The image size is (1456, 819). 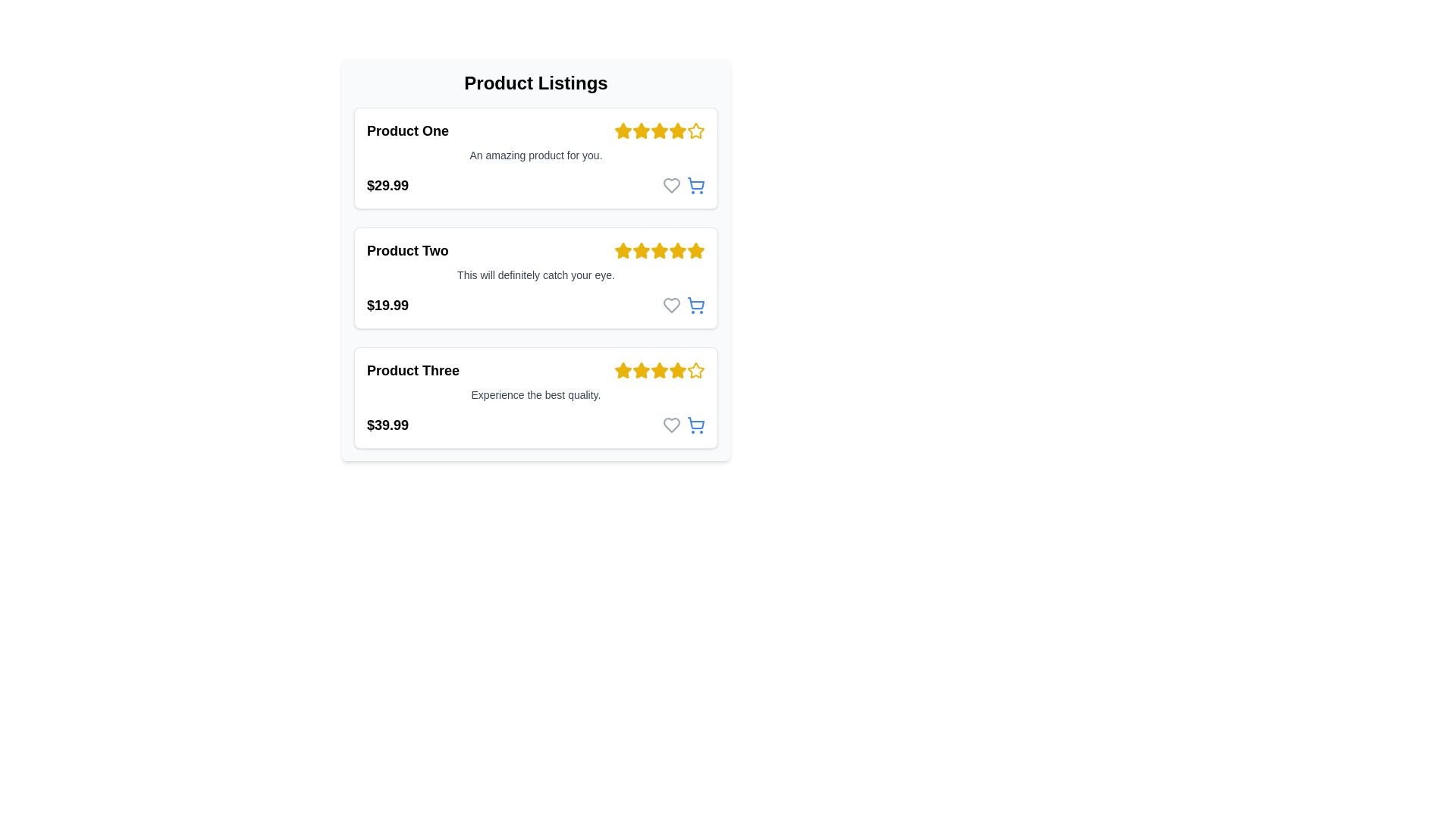 What do you see at coordinates (407, 130) in the screenshot?
I see `the text label saying 'Product One' located at the top left of the first product listing card` at bounding box center [407, 130].